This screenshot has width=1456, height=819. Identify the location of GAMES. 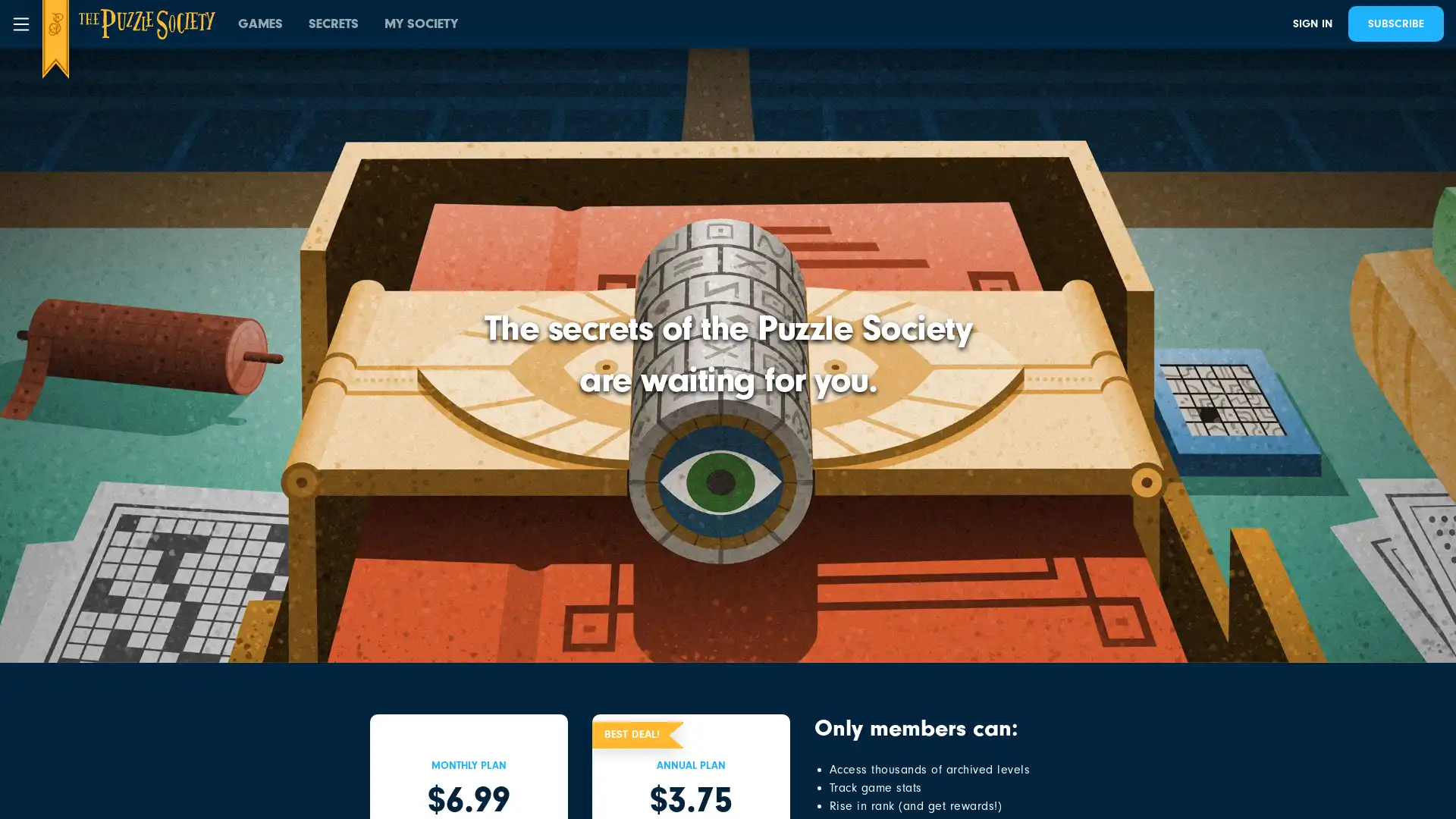
(260, 24).